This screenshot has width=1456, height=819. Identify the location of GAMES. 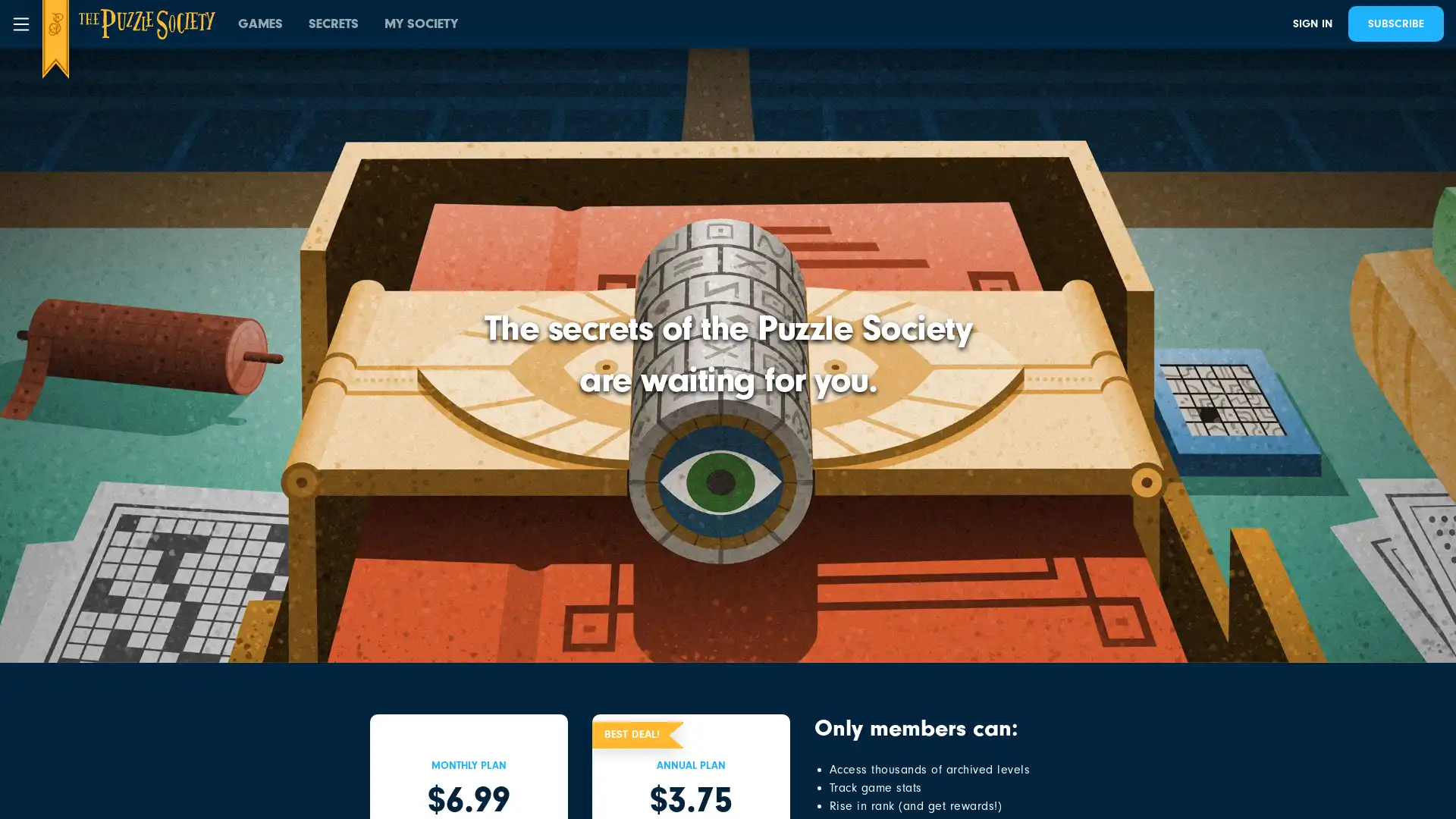
(260, 24).